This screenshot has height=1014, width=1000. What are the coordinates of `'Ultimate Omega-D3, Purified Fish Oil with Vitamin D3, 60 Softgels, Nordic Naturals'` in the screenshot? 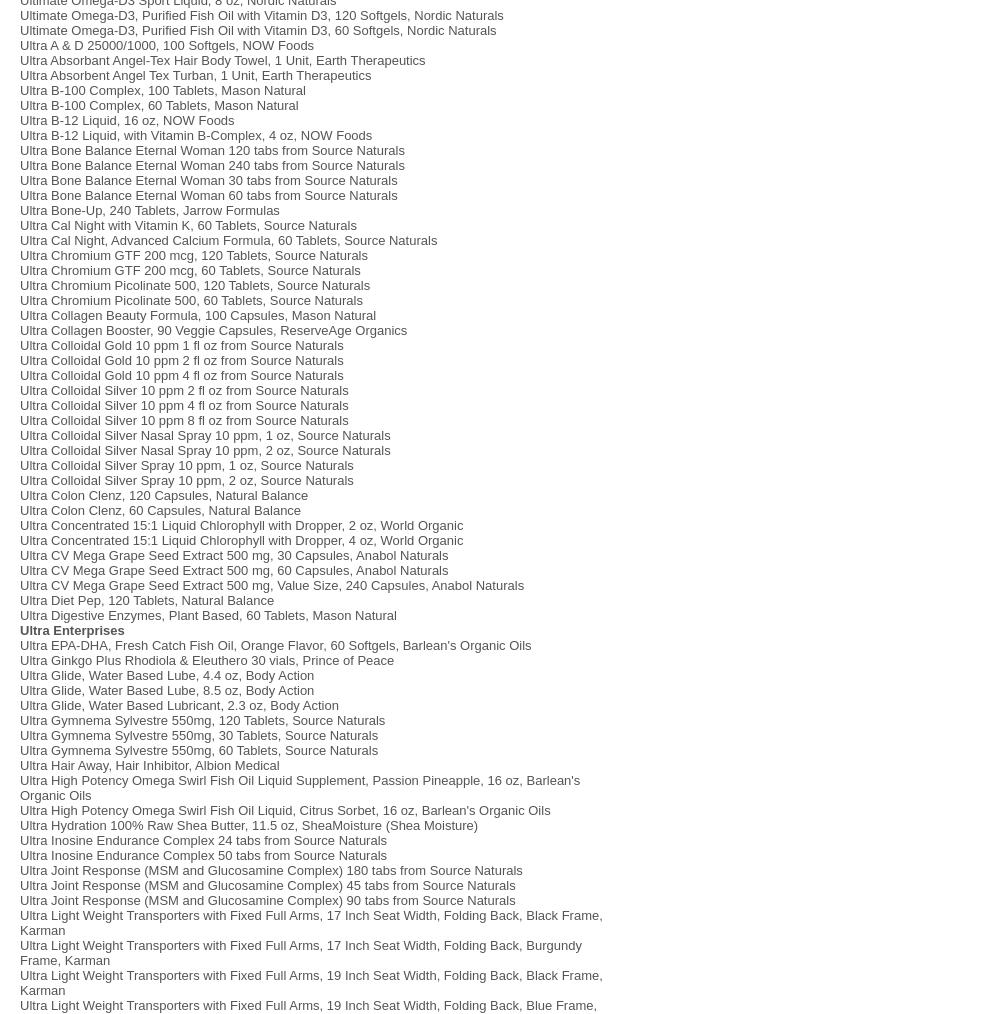 It's located at (258, 29).